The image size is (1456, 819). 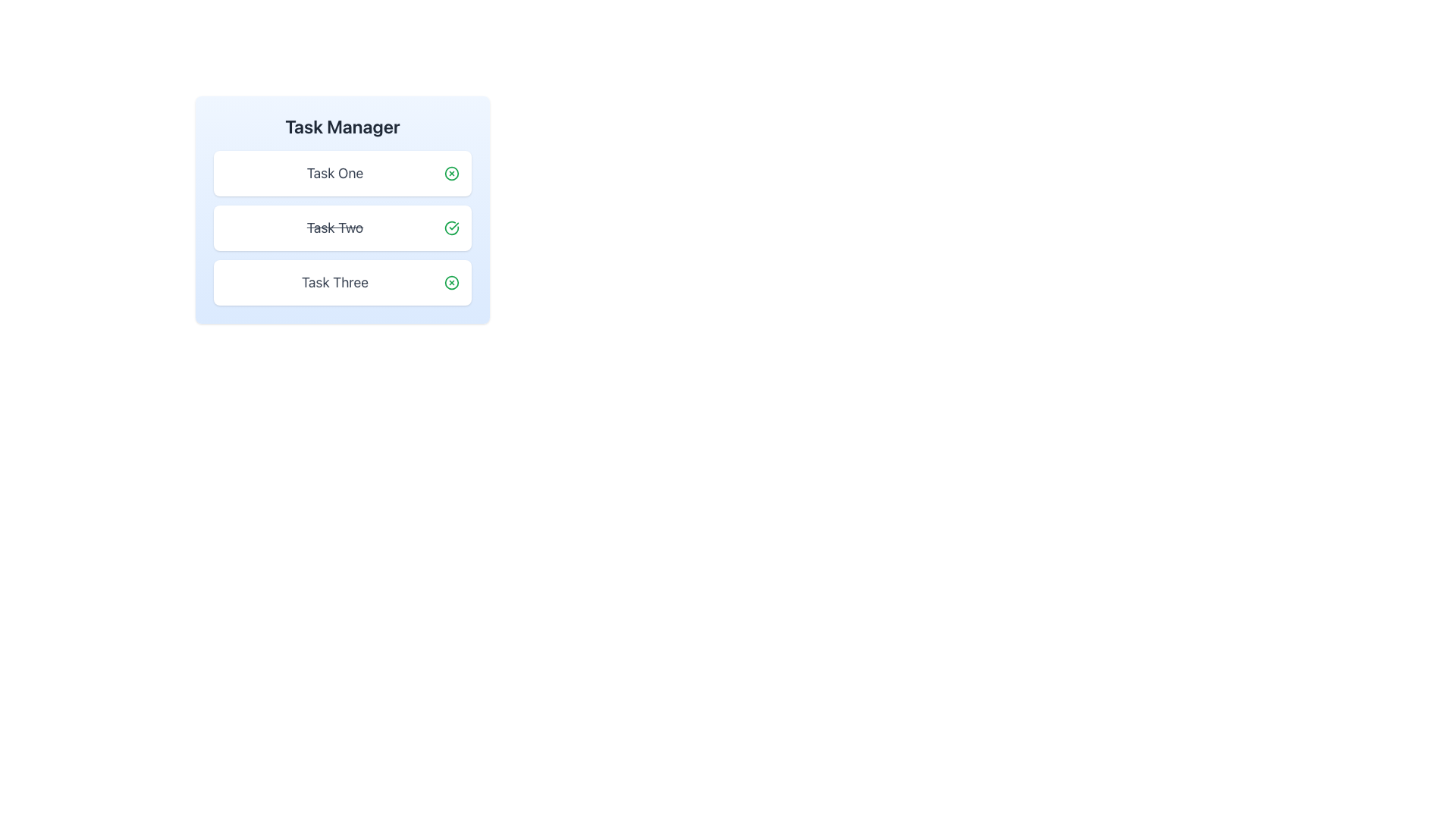 I want to click on the Text Header which serves as the main title for the task management panel, so click(x=341, y=125).